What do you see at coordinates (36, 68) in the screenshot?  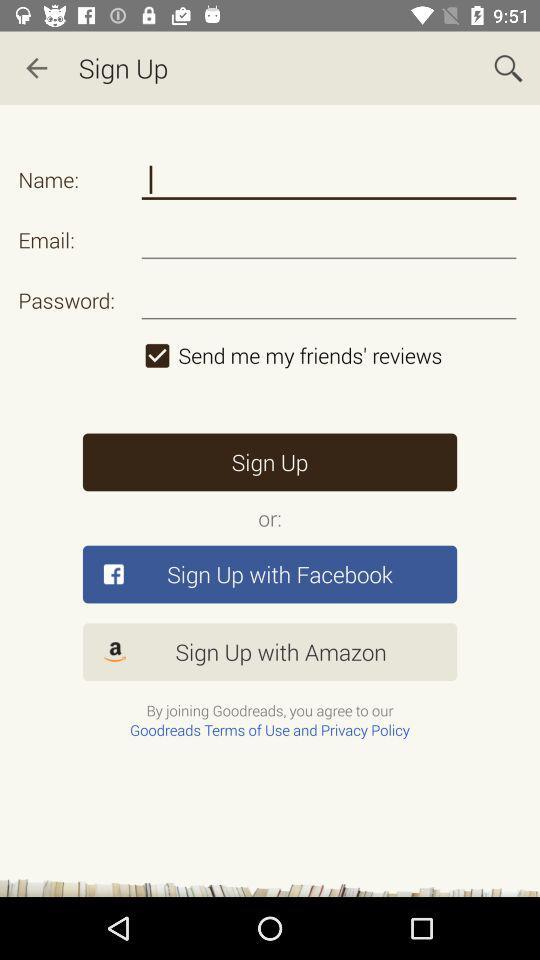 I see `the item to the left of the sign up app` at bounding box center [36, 68].